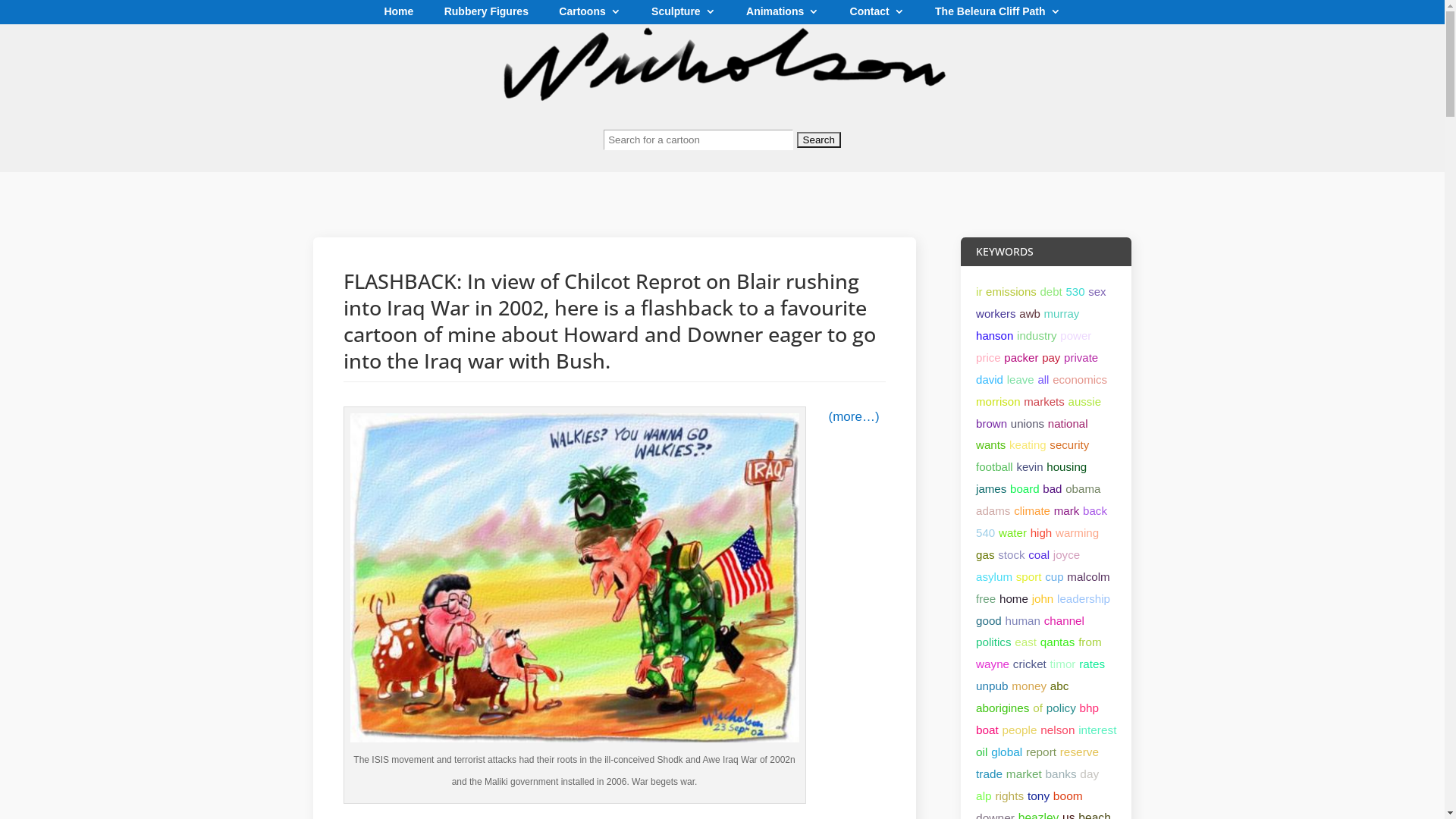 This screenshot has width=1456, height=819. I want to click on 'kevin', so click(1029, 466).